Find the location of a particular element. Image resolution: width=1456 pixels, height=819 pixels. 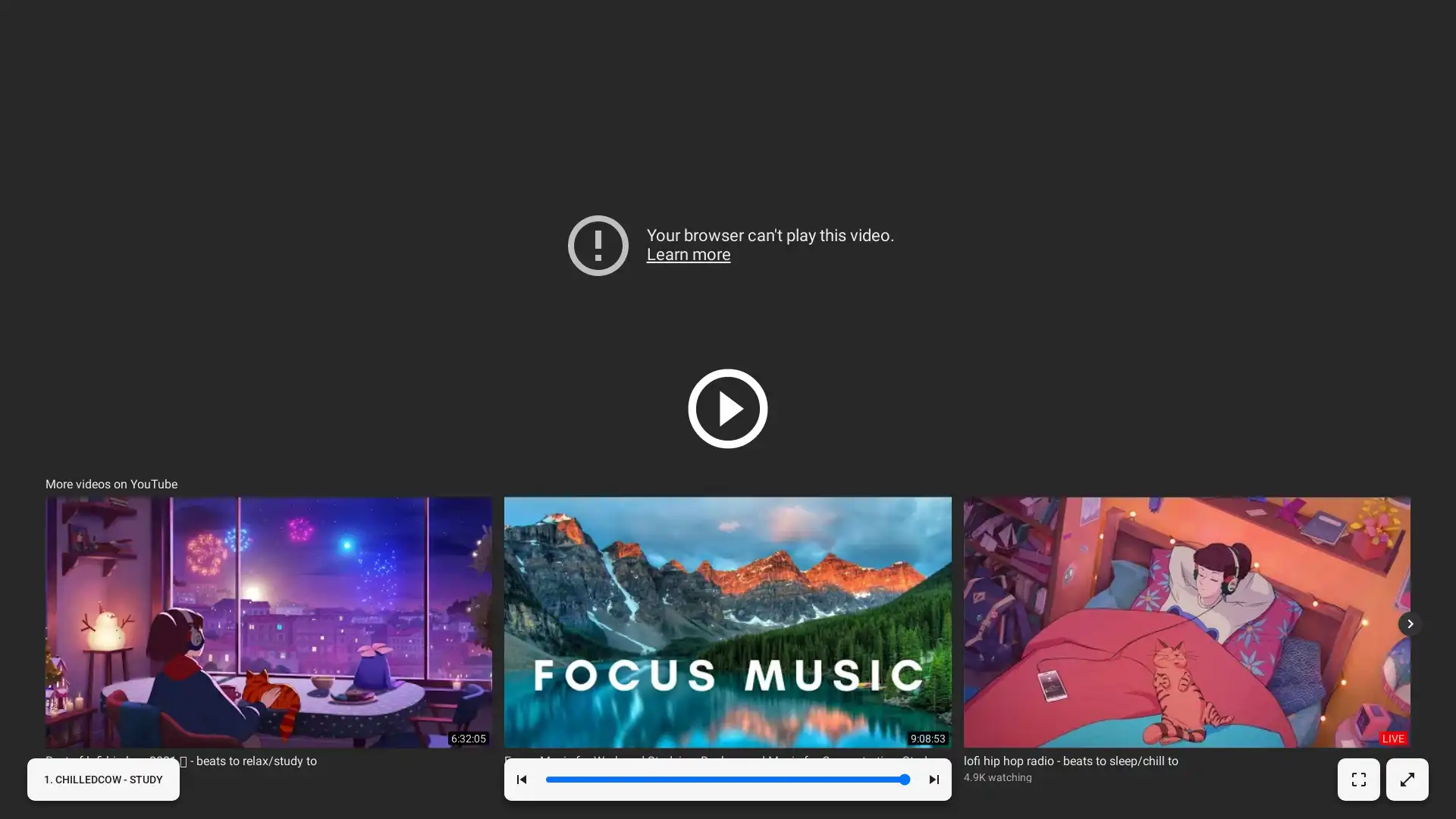

skip_previous is located at coordinates (521, 780).